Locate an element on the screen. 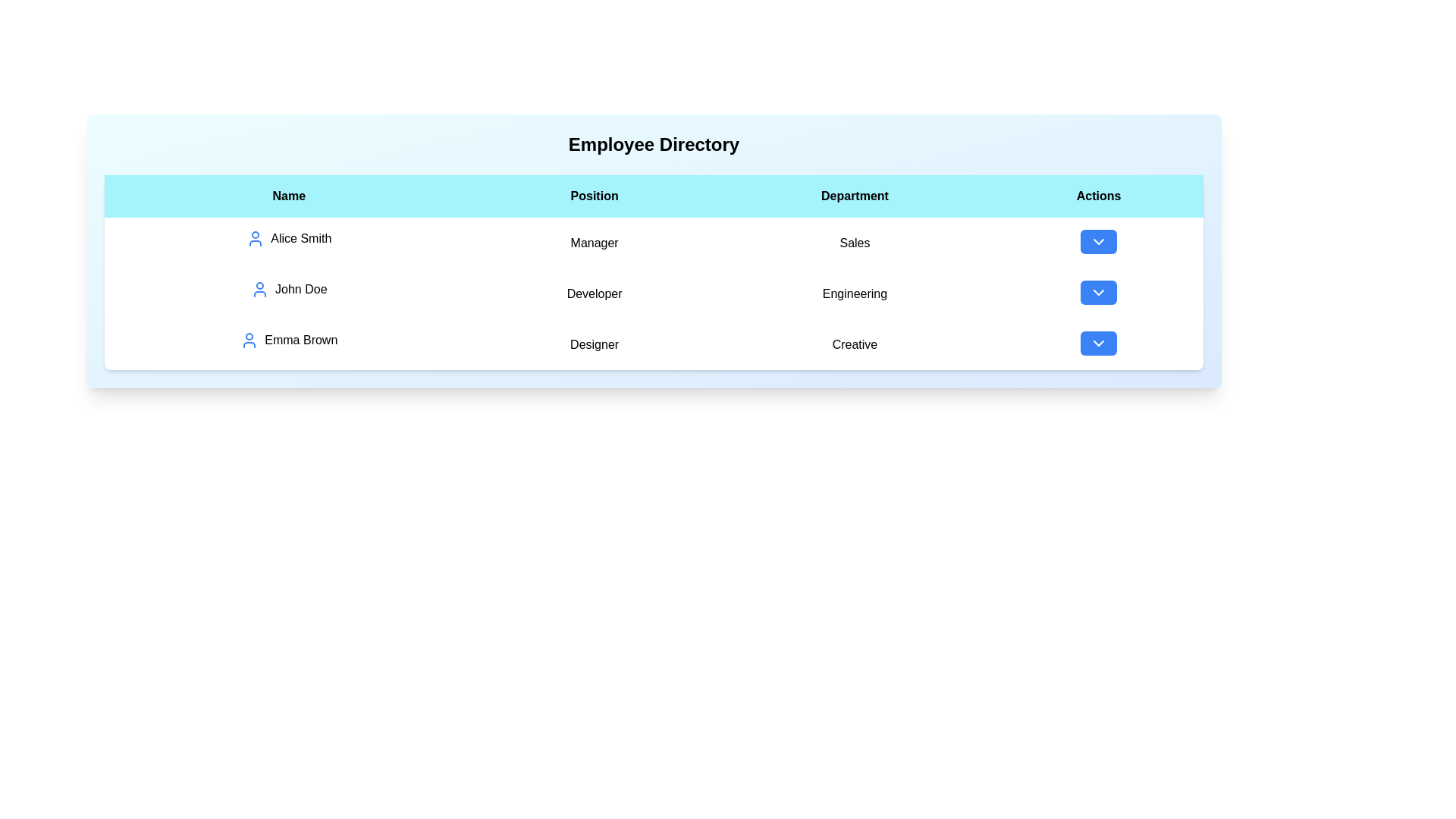  the first row of the Employee Directory that displays details such as name, position, and department, to trigger a tooltip or highlight effect is located at coordinates (654, 242).